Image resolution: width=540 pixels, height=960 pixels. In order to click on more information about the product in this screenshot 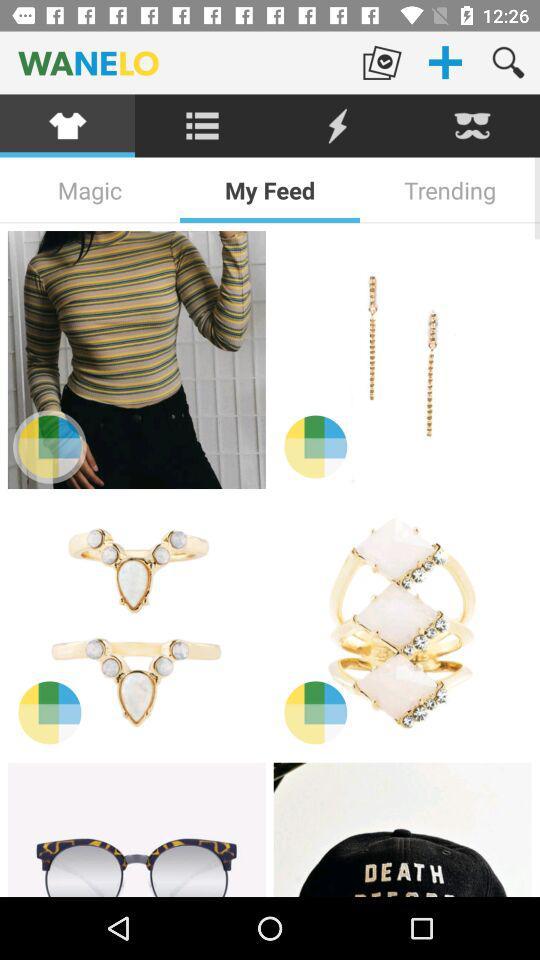, I will do `click(49, 446)`.